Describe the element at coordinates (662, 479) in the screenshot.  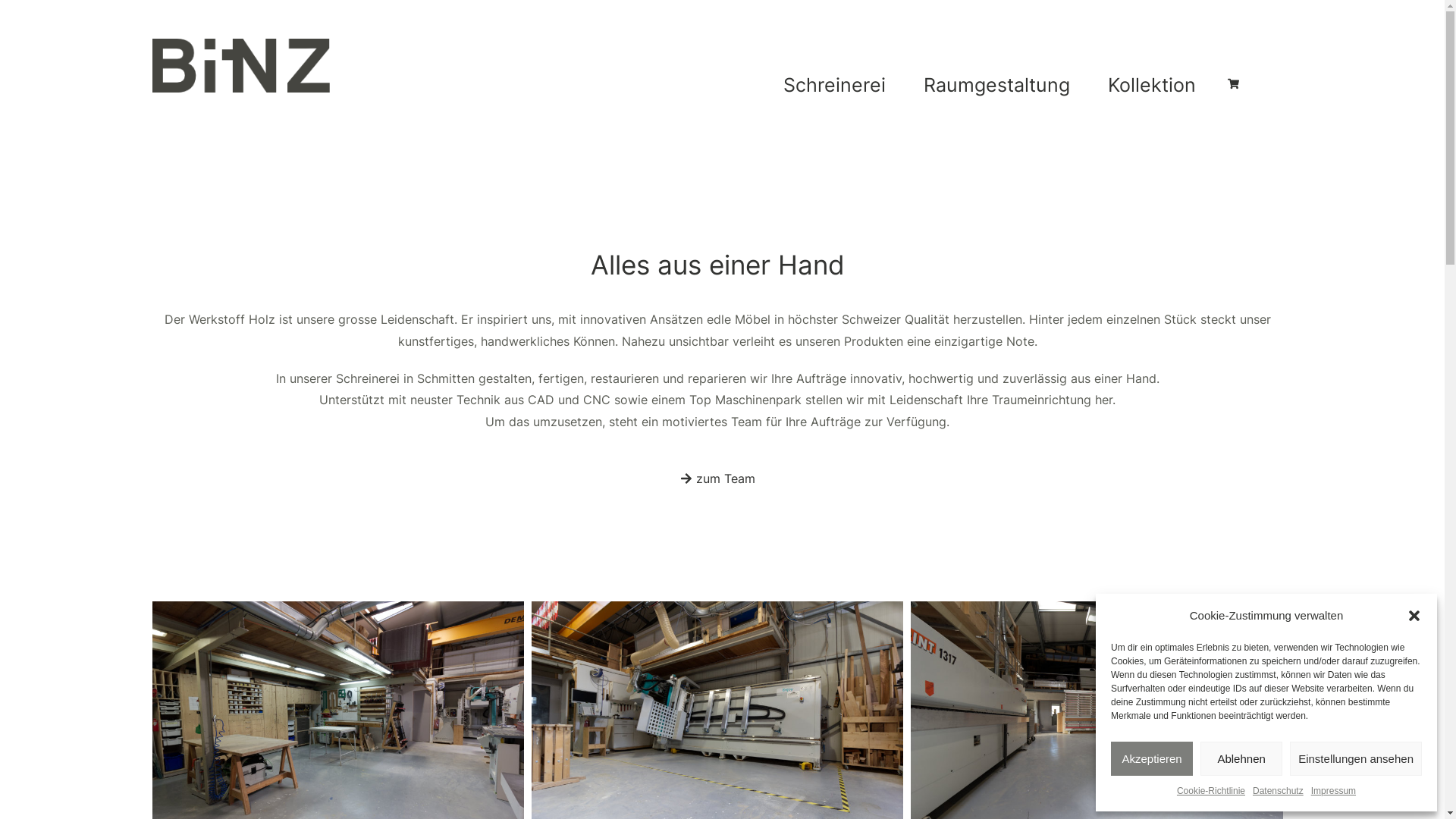
I see `'zum Team'` at that location.